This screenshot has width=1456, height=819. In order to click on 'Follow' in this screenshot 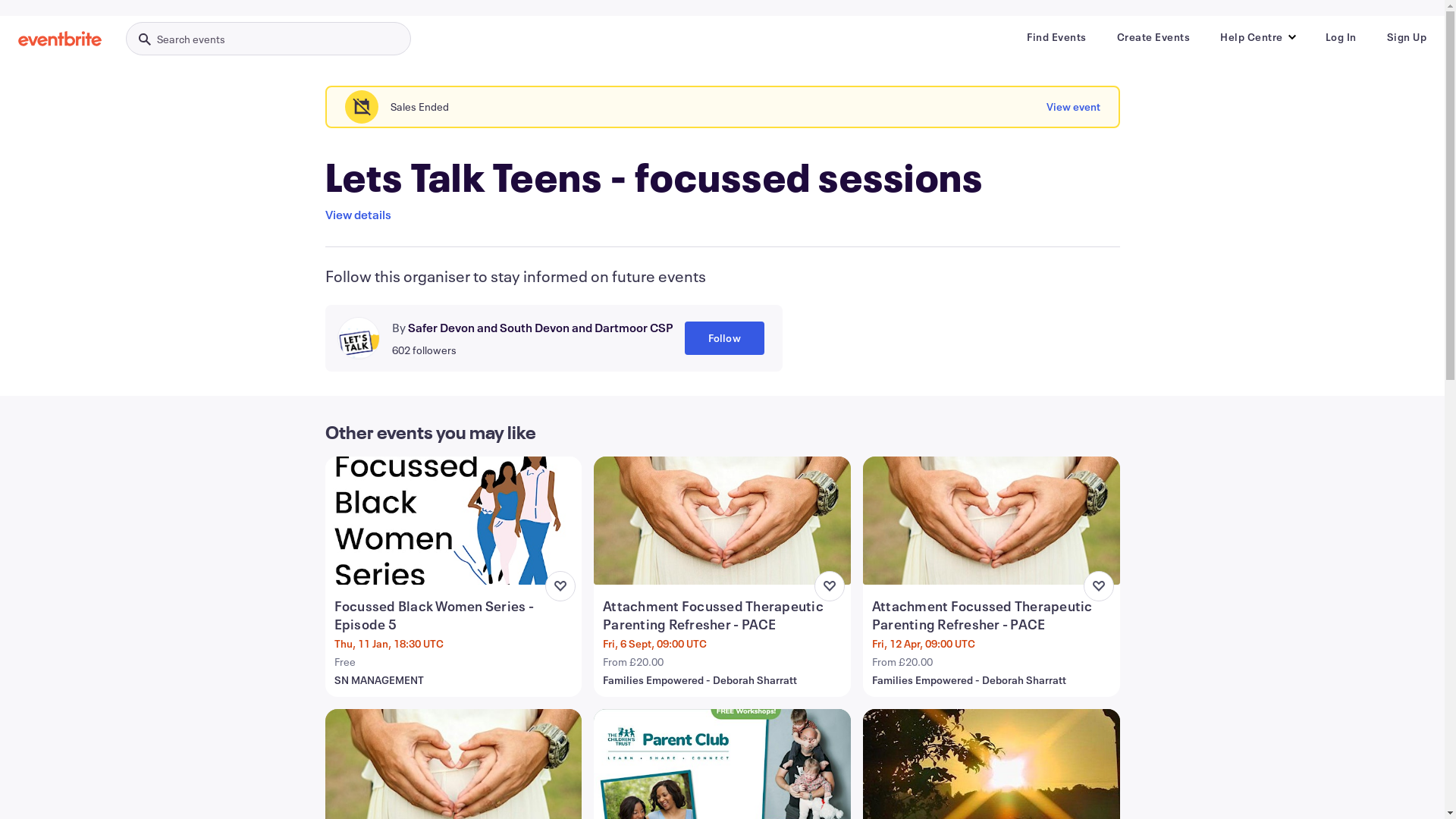, I will do `click(723, 337)`.